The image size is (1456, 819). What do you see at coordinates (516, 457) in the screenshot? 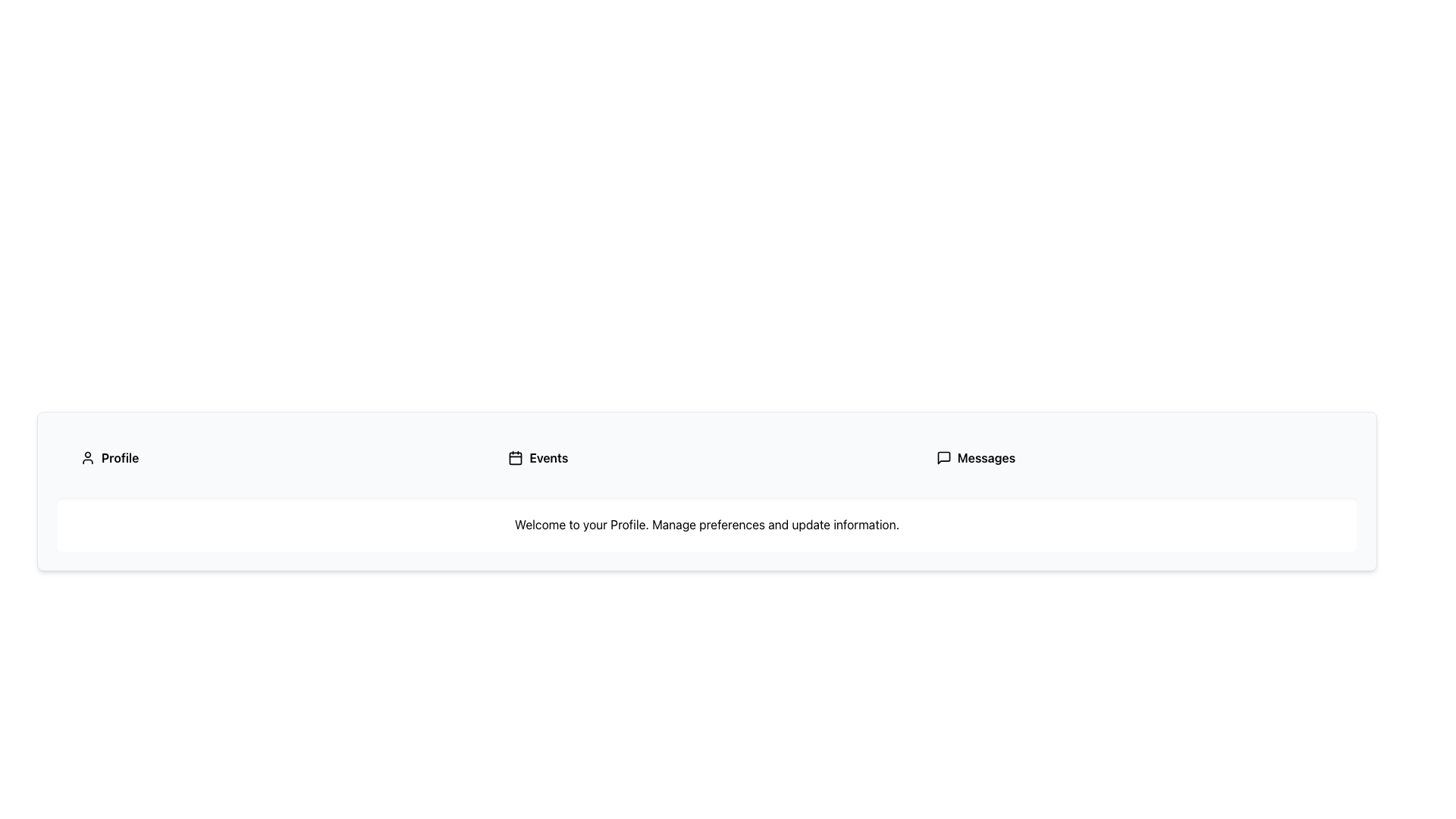
I see `the 'Events' icon located in the navigation bar, positioned between 'Profile' and 'Messages'` at bounding box center [516, 457].